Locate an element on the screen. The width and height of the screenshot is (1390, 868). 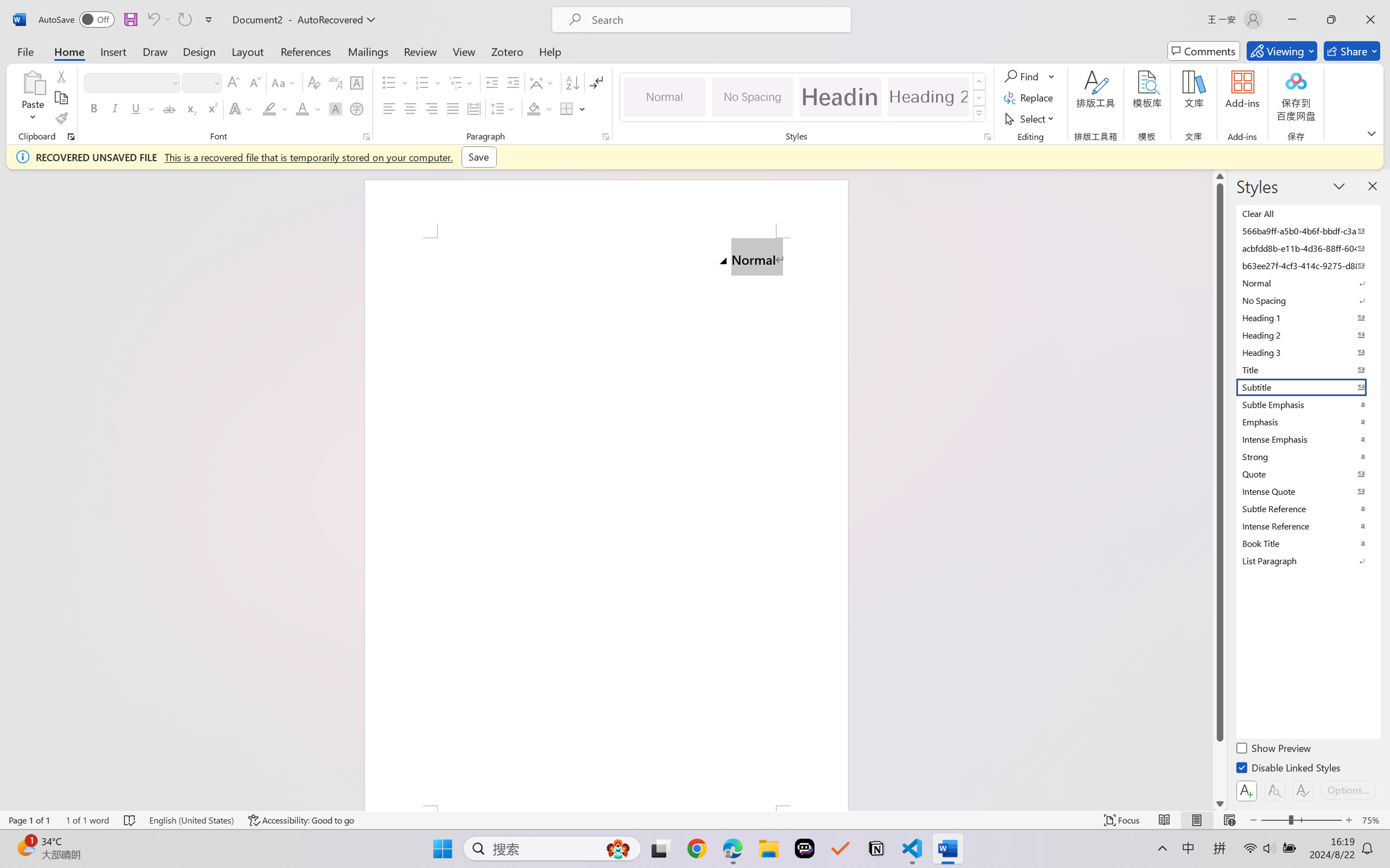
'Character Shading' is located at coordinates (334, 108).